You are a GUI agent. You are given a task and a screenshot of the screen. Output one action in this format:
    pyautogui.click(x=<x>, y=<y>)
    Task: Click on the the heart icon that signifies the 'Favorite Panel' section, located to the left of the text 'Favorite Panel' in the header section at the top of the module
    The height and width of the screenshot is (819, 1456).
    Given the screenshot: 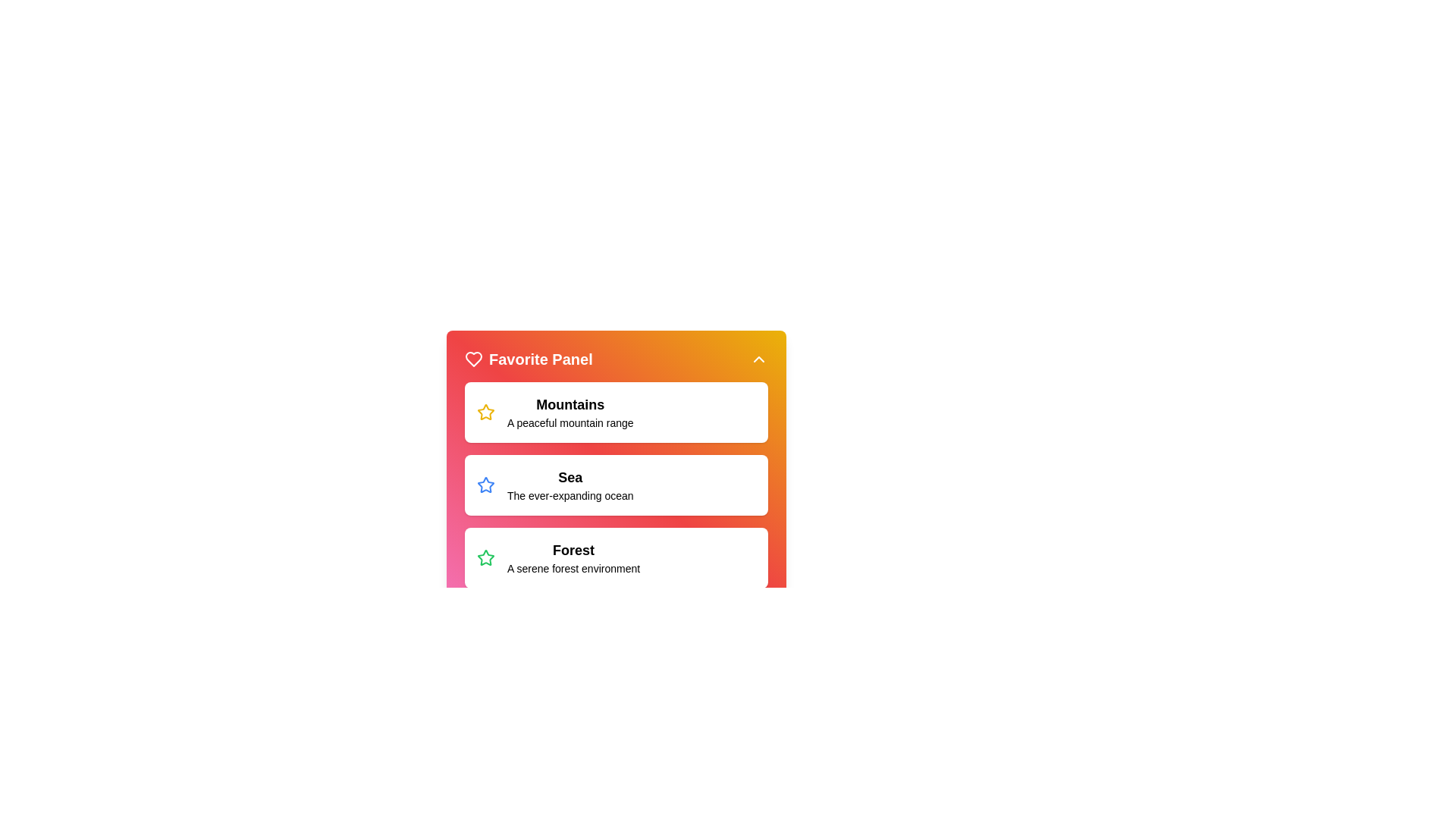 What is the action you would take?
    pyautogui.click(x=472, y=359)
    